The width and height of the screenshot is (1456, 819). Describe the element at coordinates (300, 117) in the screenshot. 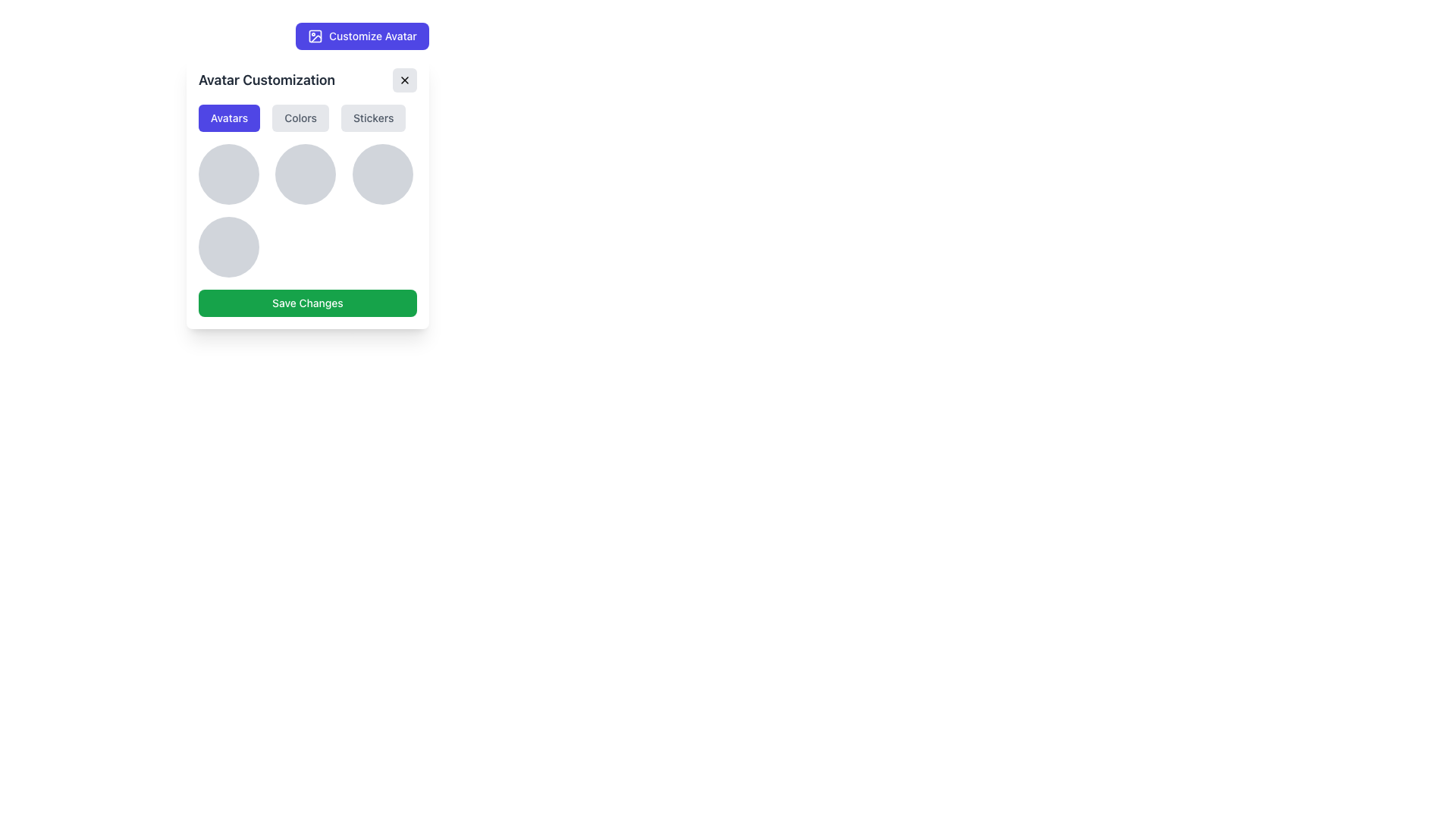

I see `the second button under the 'Avatar Customization' section` at that location.